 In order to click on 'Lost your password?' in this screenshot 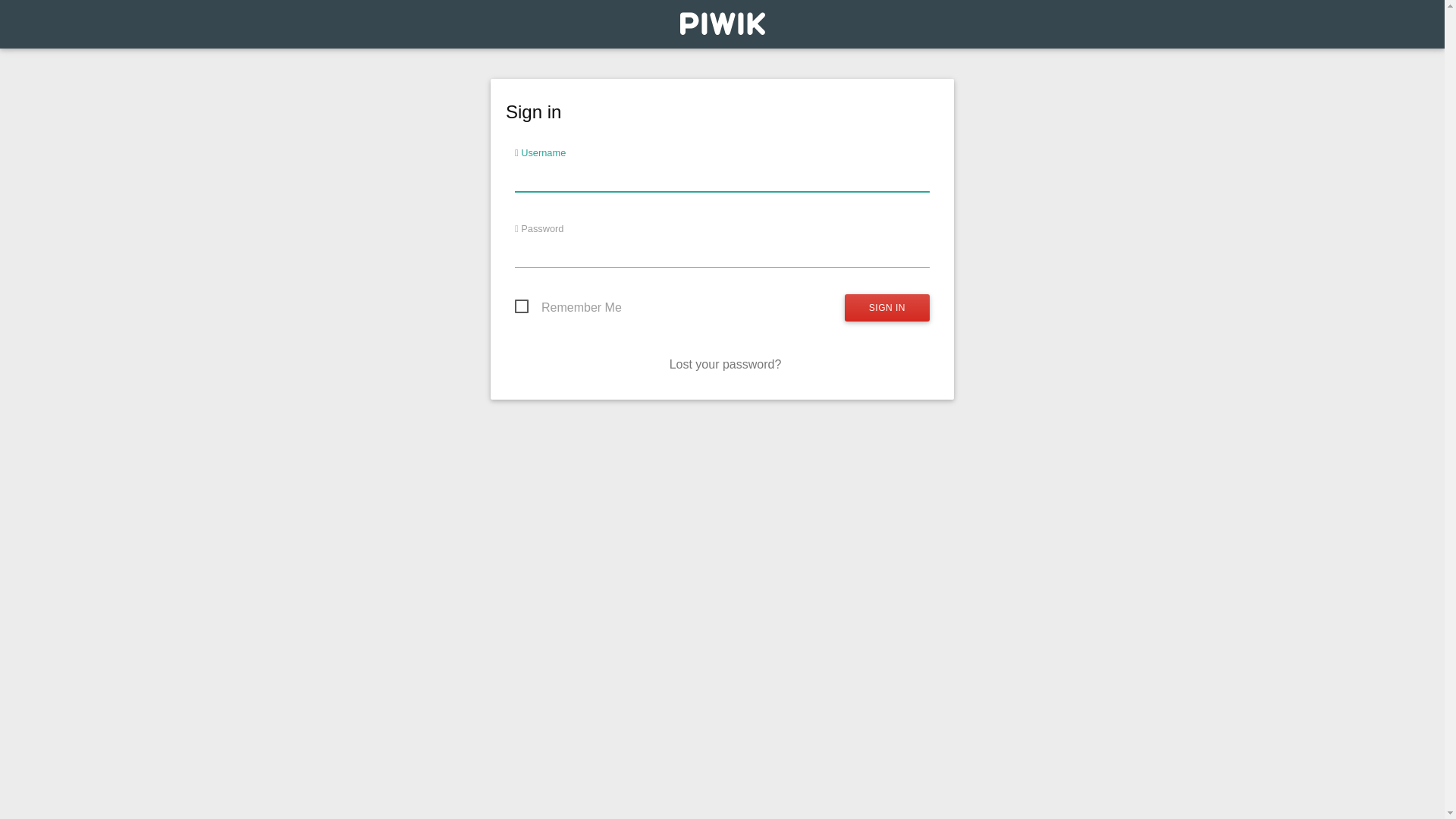, I will do `click(724, 364)`.